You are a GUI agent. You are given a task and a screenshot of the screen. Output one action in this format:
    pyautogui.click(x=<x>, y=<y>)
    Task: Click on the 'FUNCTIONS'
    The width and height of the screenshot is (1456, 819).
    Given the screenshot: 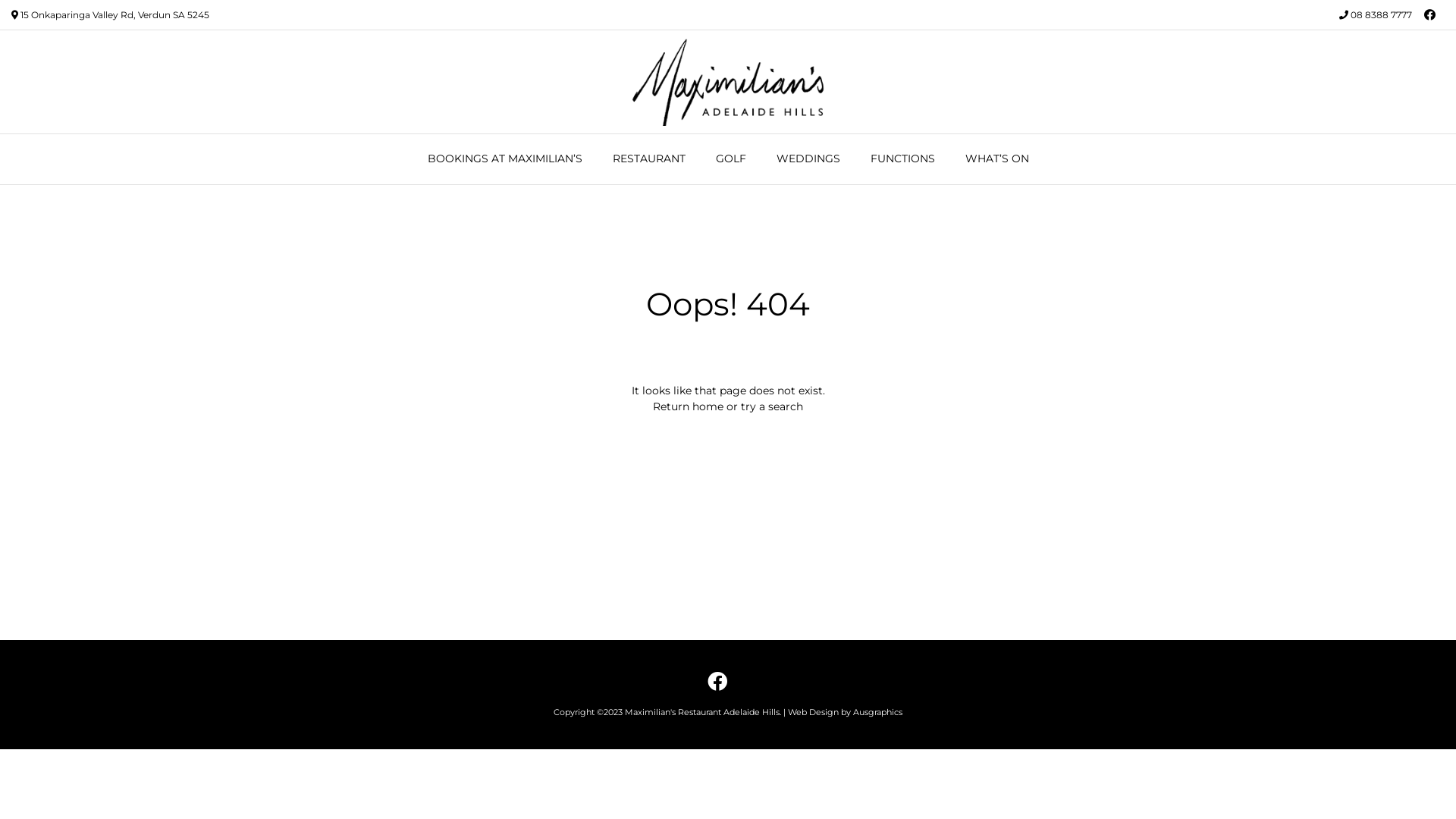 What is the action you would take?
    pyautogui.click(x=855, y=158)
    